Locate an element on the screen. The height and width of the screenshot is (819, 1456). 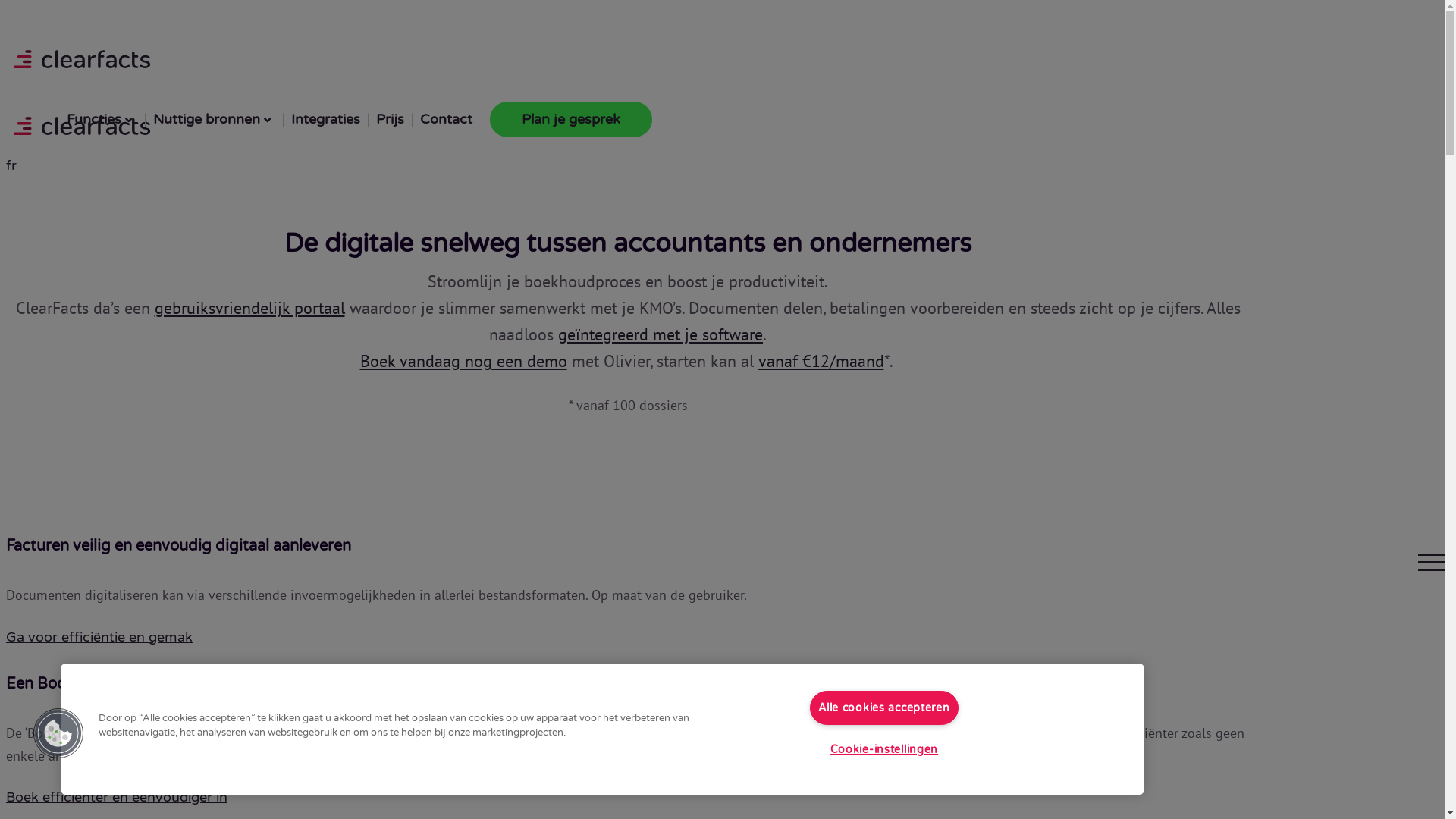
'Functies' is located at coordinates (101, 118).